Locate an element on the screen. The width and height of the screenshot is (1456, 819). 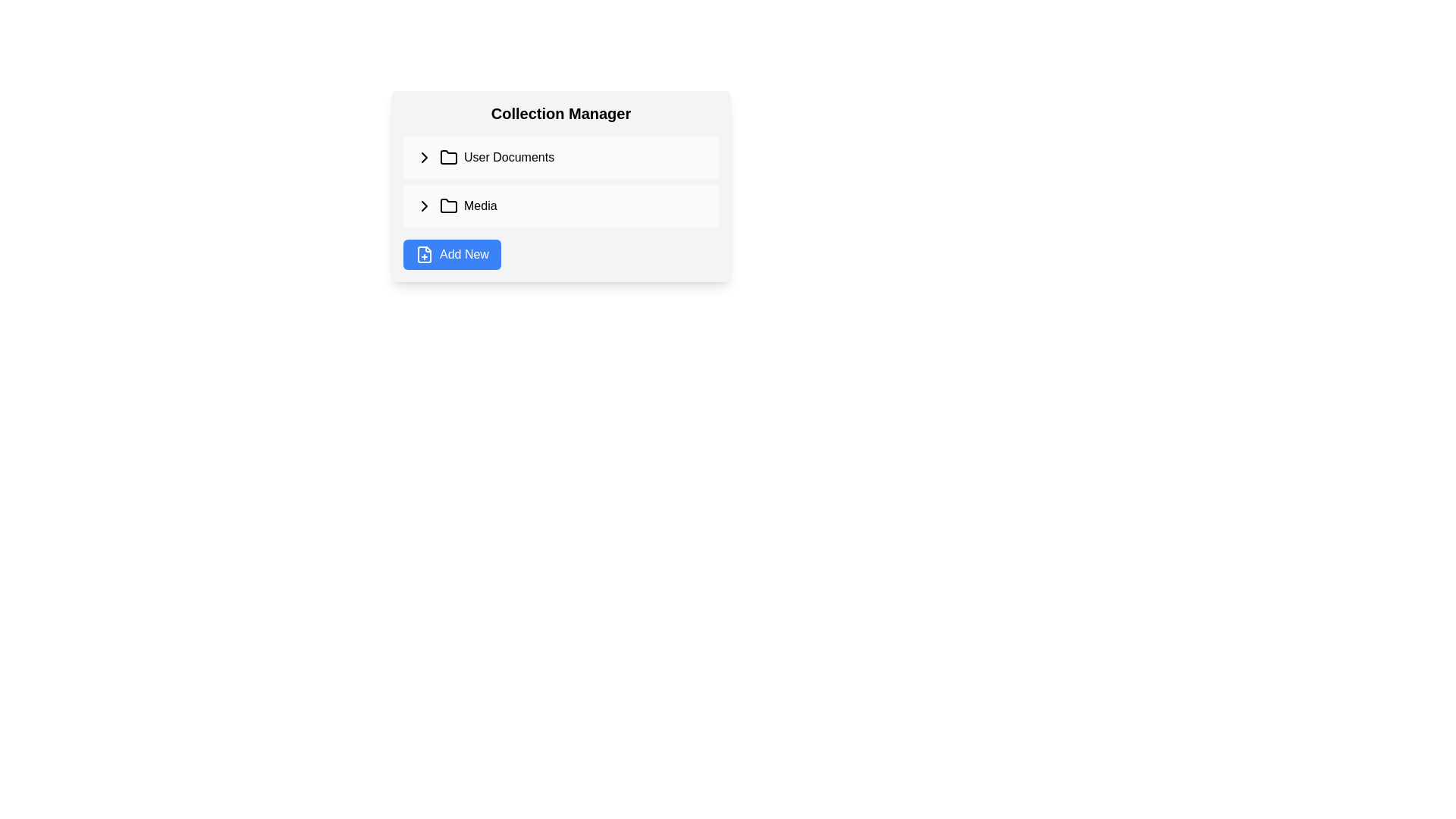
the folder icon located to the left of the 'Media' label in the second row of the 'Collection Manager' is located at coordinates (447, 206).